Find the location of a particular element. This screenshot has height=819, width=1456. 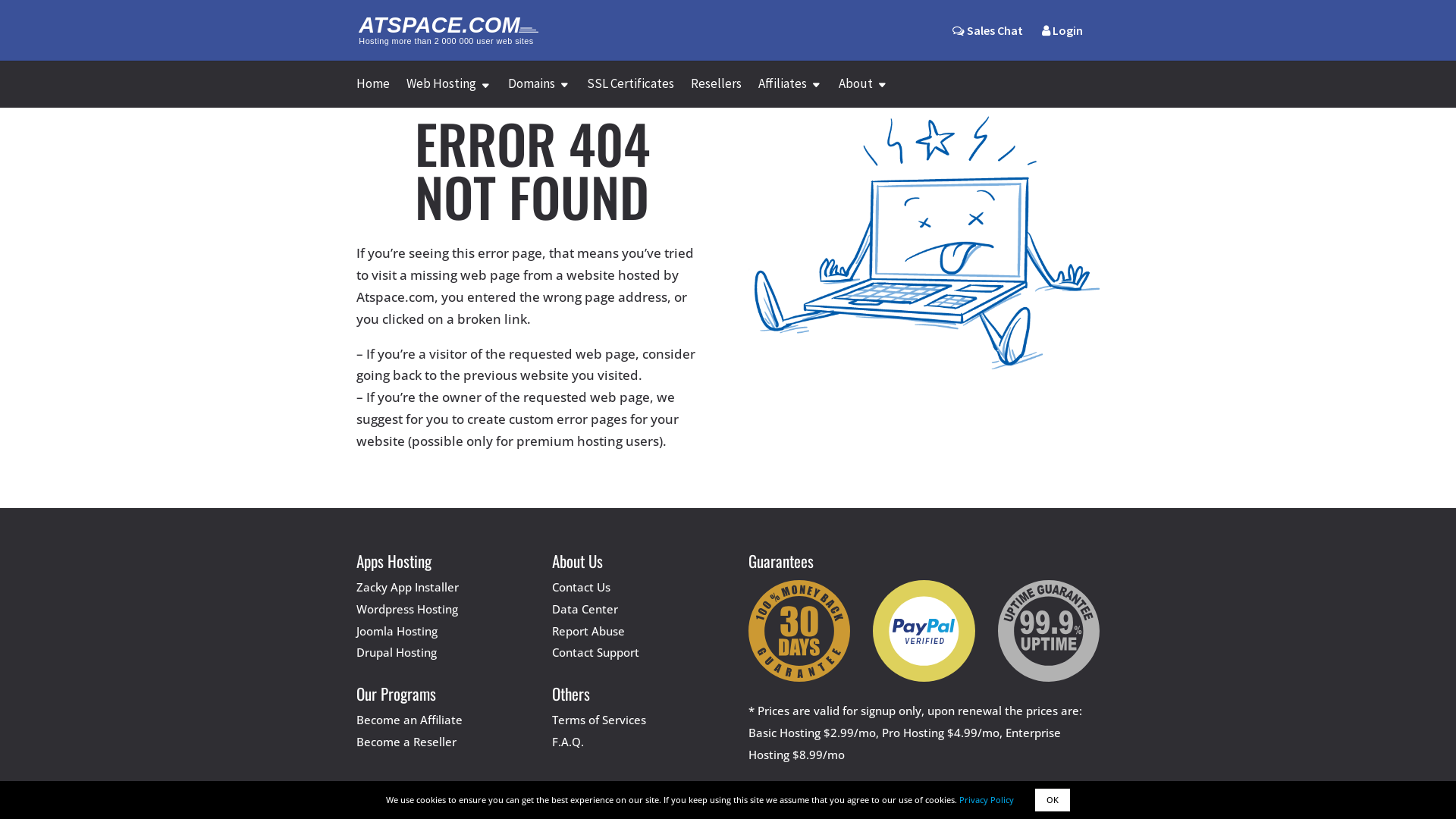

'Affiliates' is located at coordinates (789, 93).